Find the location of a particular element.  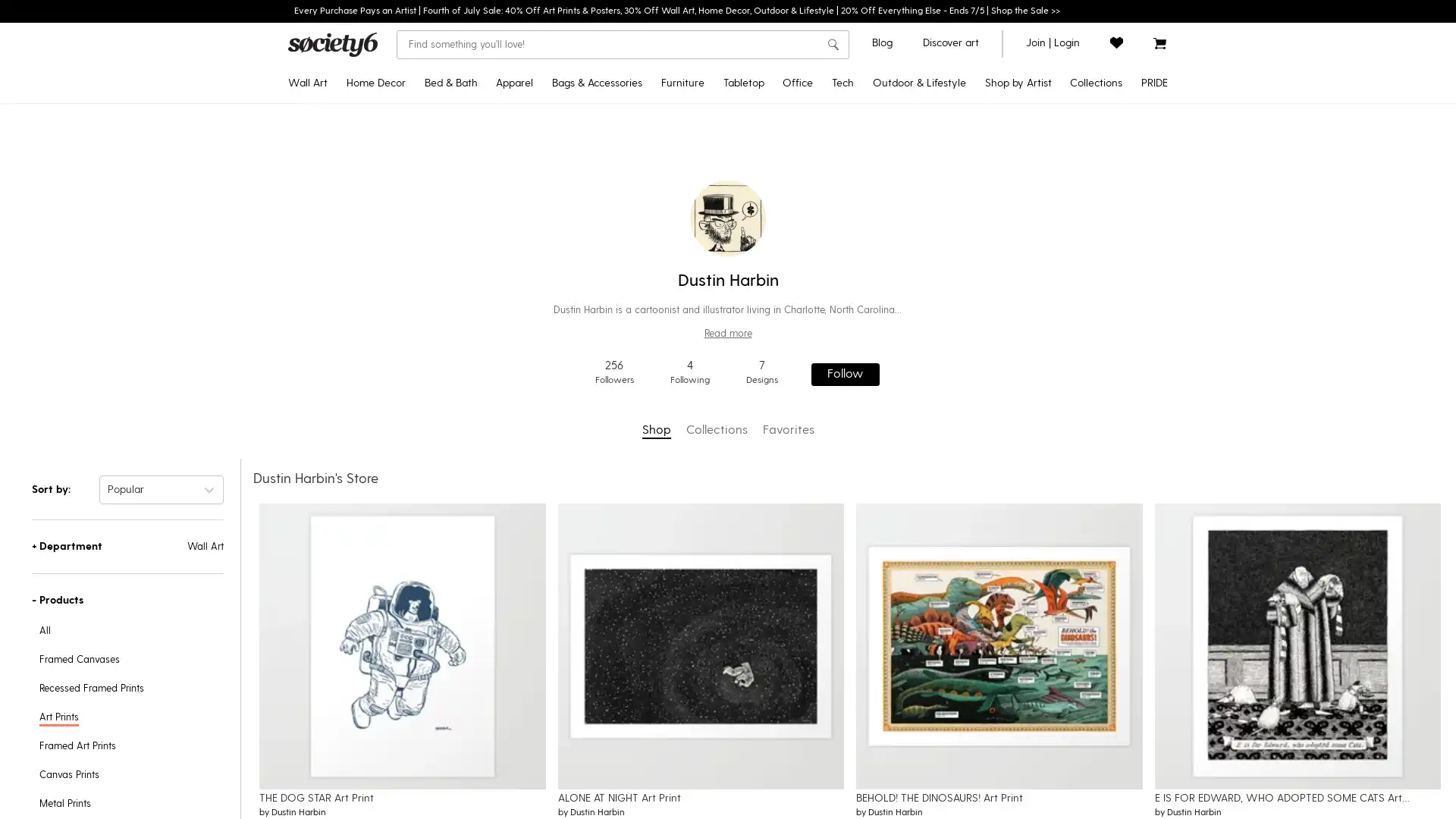

Framed Canvas Prints is located at coordinates (356, 219).